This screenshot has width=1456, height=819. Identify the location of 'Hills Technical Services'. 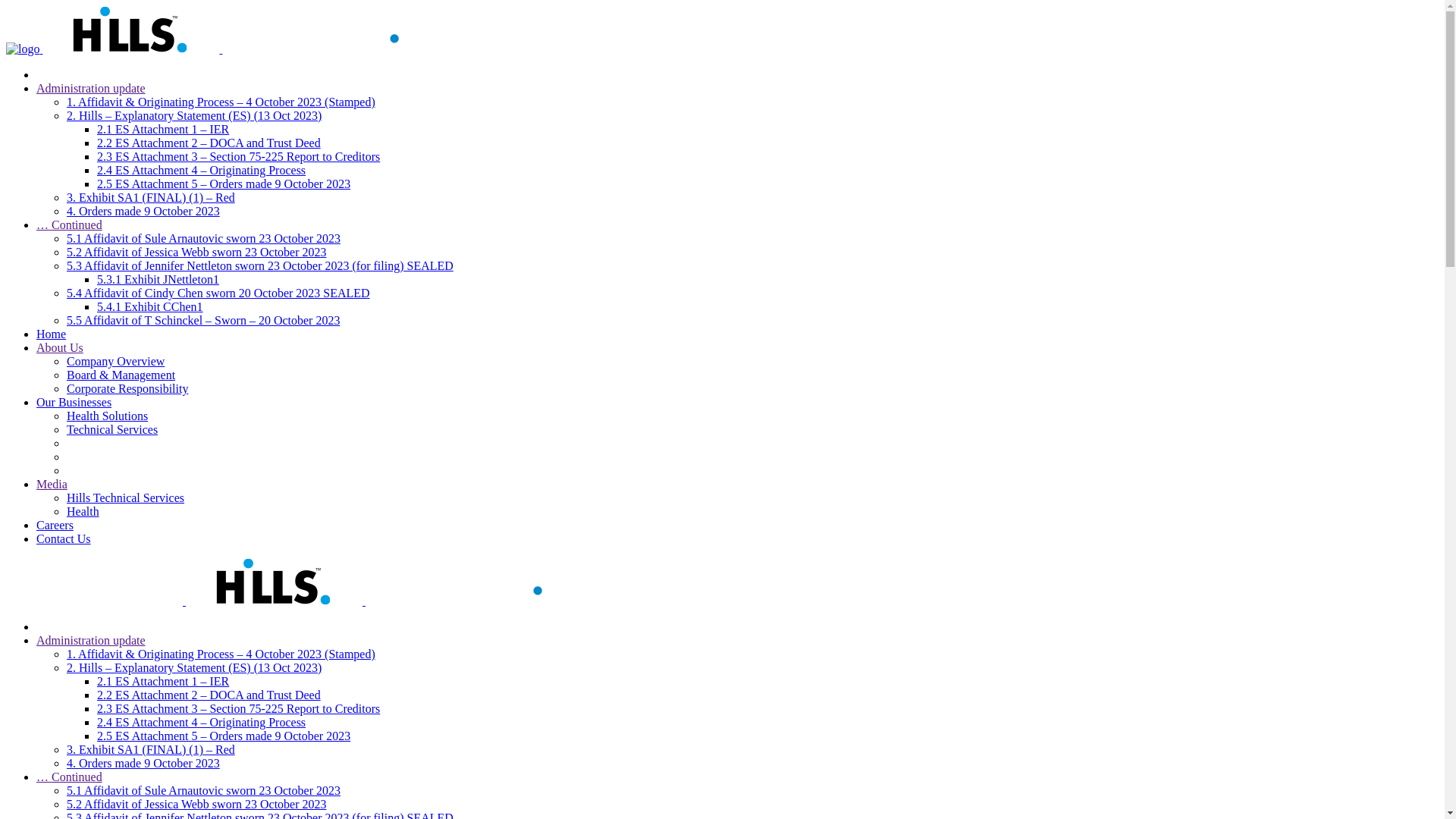
(125, 497).